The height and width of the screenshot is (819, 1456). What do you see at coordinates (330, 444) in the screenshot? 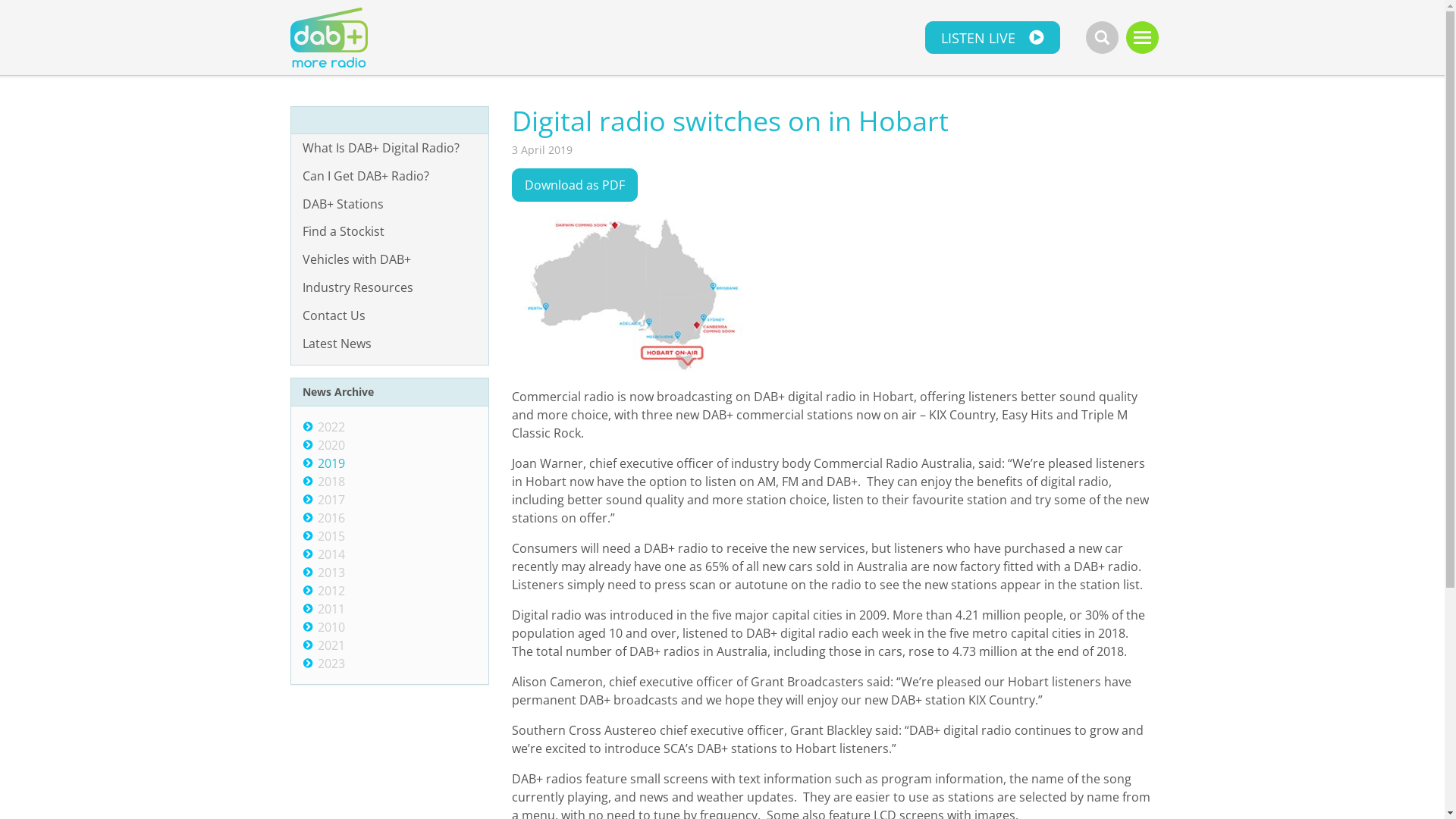
I see `'2020'` at bounding box center [330, 444].